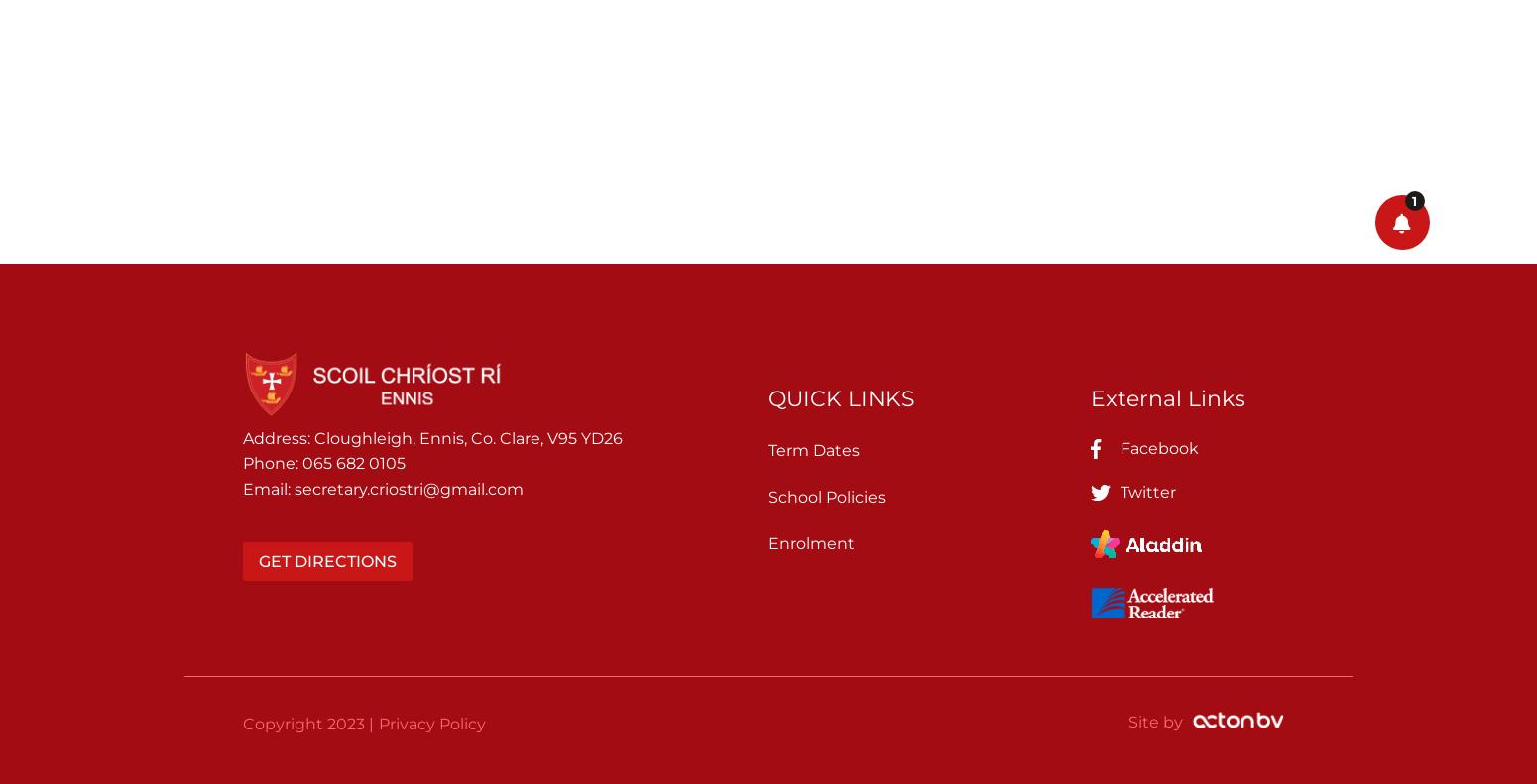 The height and width of the screenshot is (784, 1537). What do you see at coordinates (272, 462) in the screenshot?
I see `'Phone:'` at bounding box center [272, 462].